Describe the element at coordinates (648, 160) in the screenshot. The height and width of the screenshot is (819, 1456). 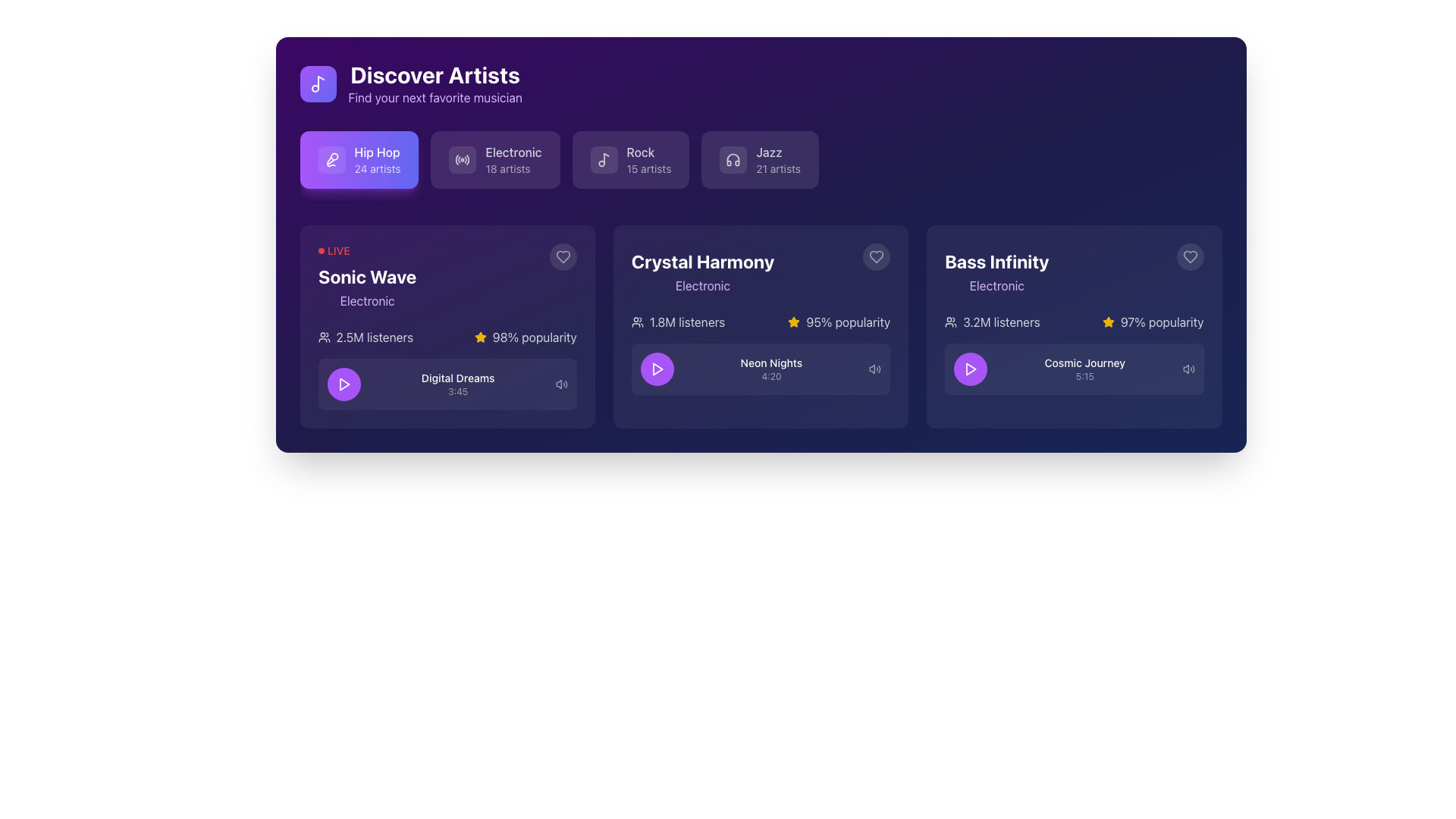
I see `the 'Rock' music category button, which is the third button from the left in a group of category buttons, to receive additional feedback` at that location.